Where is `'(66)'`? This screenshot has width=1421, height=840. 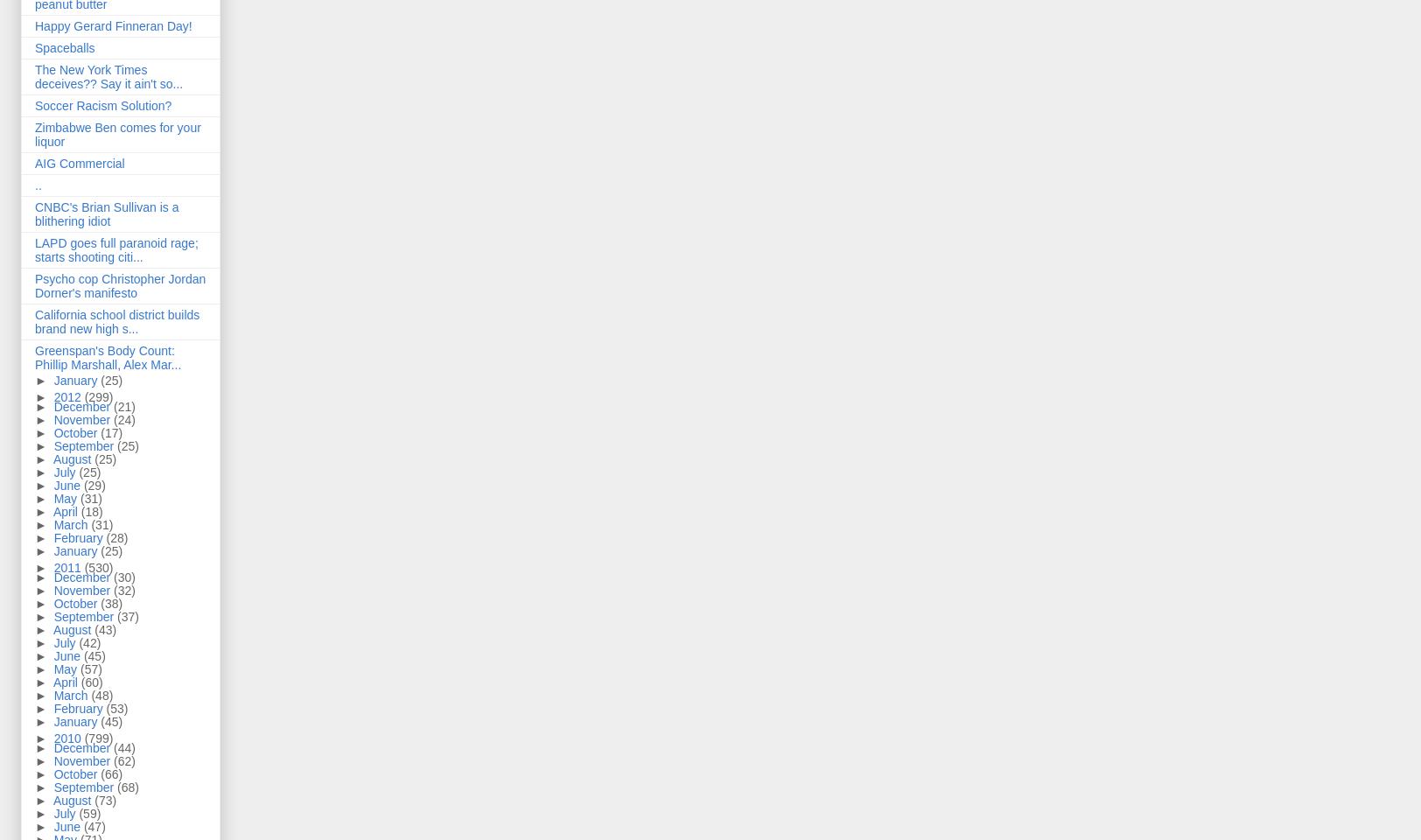 '(66)' is located at coordinates (111, 773).